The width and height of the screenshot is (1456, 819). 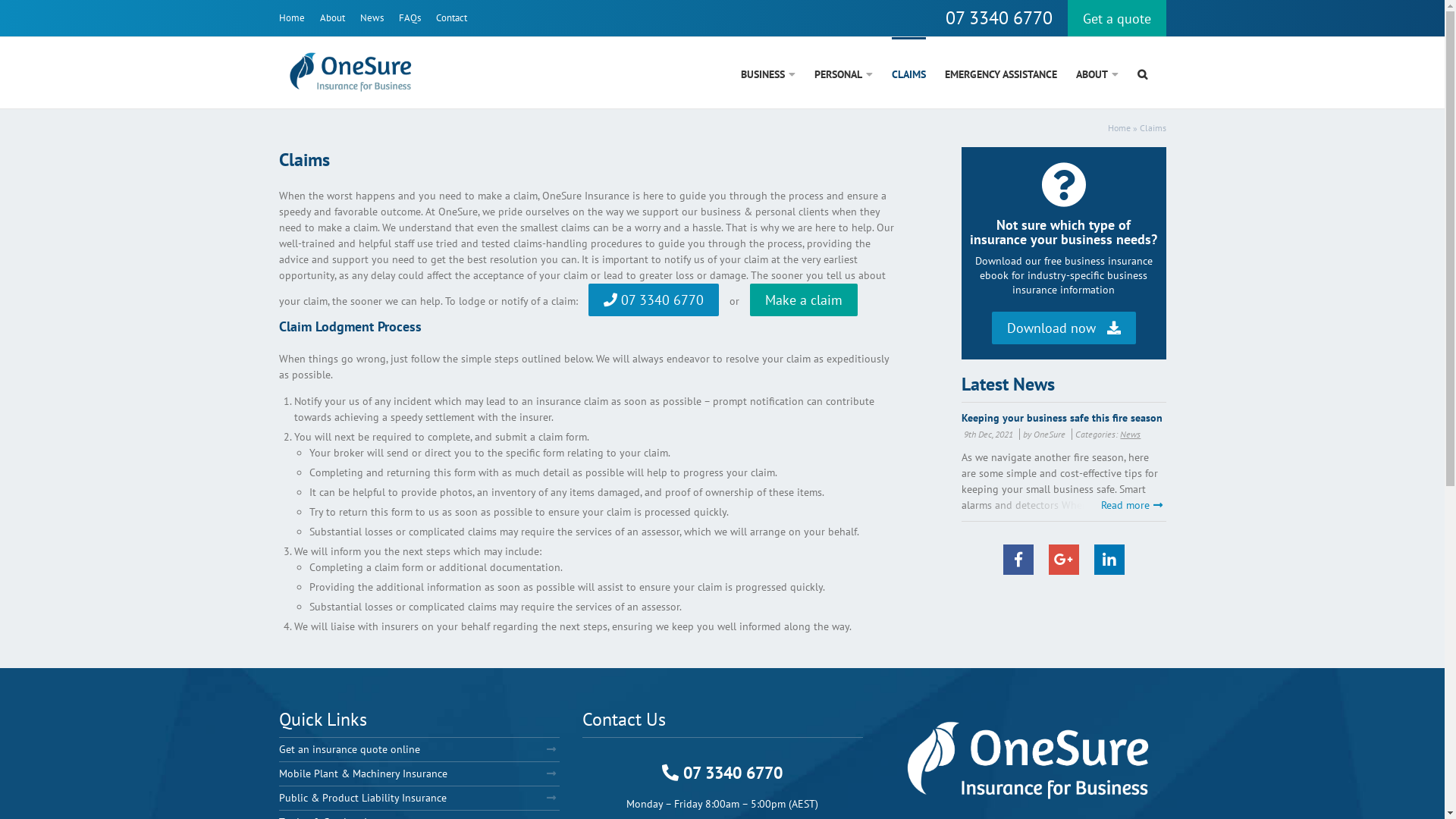 I want to click on 'Get an insurance quote online', so click(x=419, y=748).